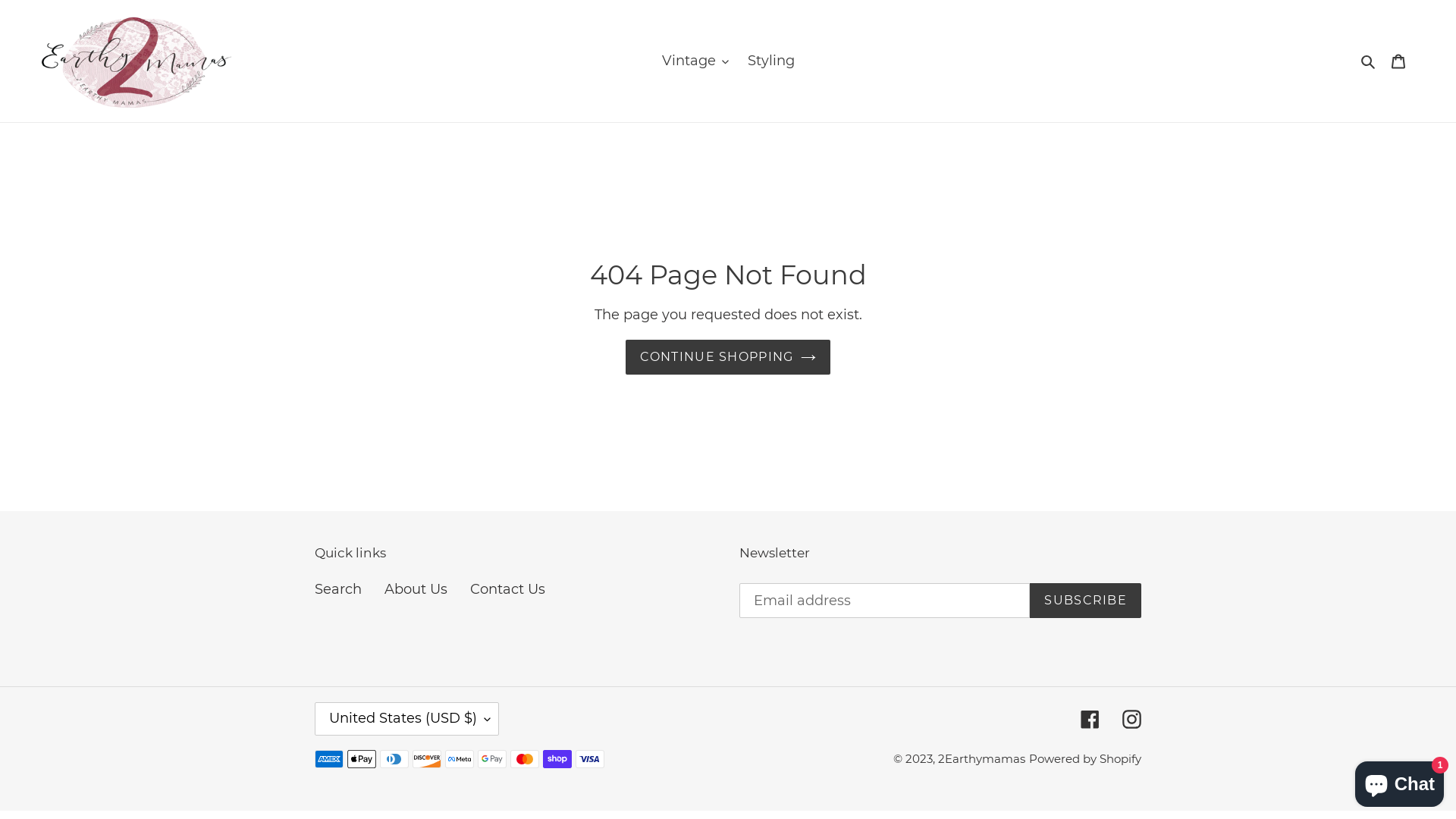  What do you see at coordinates (654, 60) in the screenshot?
I see `'Vintage'` at bounding box center [654, 60].